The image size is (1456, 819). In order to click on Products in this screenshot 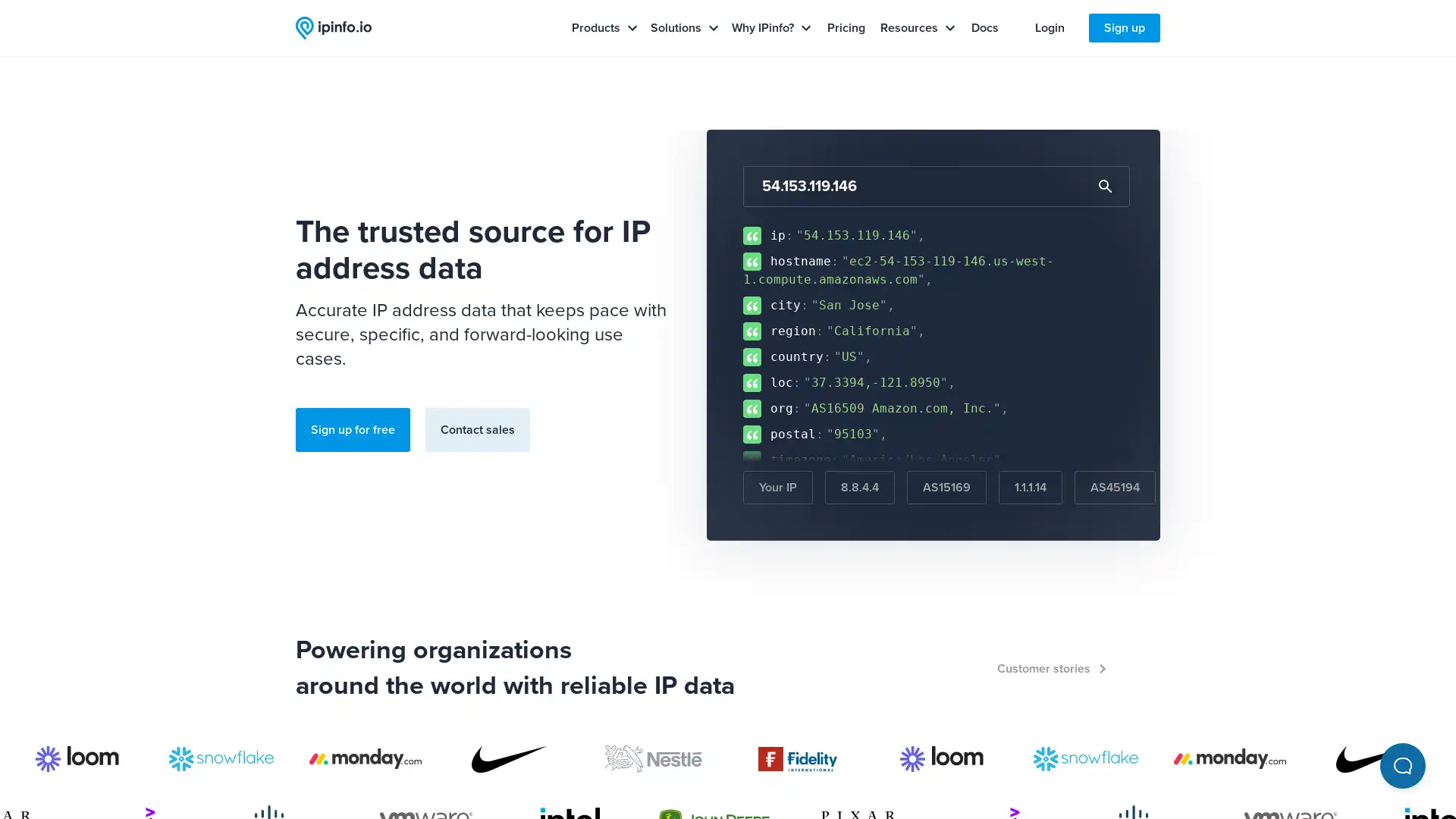, I will do `click(604, 28)`.